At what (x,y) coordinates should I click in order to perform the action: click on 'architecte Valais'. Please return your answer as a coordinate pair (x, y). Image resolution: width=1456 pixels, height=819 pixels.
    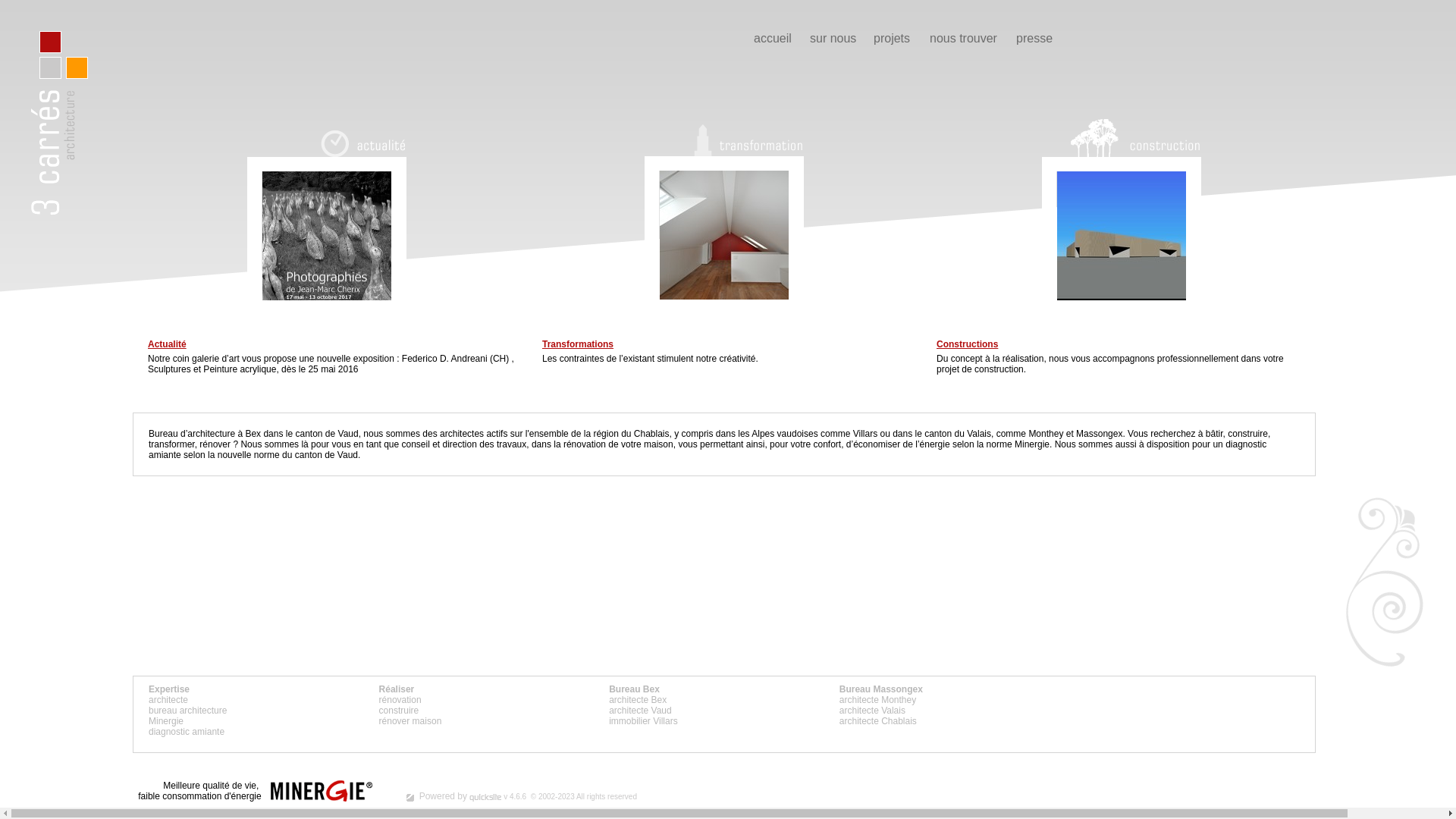
    Looking at the image, I should click on (872, 711).